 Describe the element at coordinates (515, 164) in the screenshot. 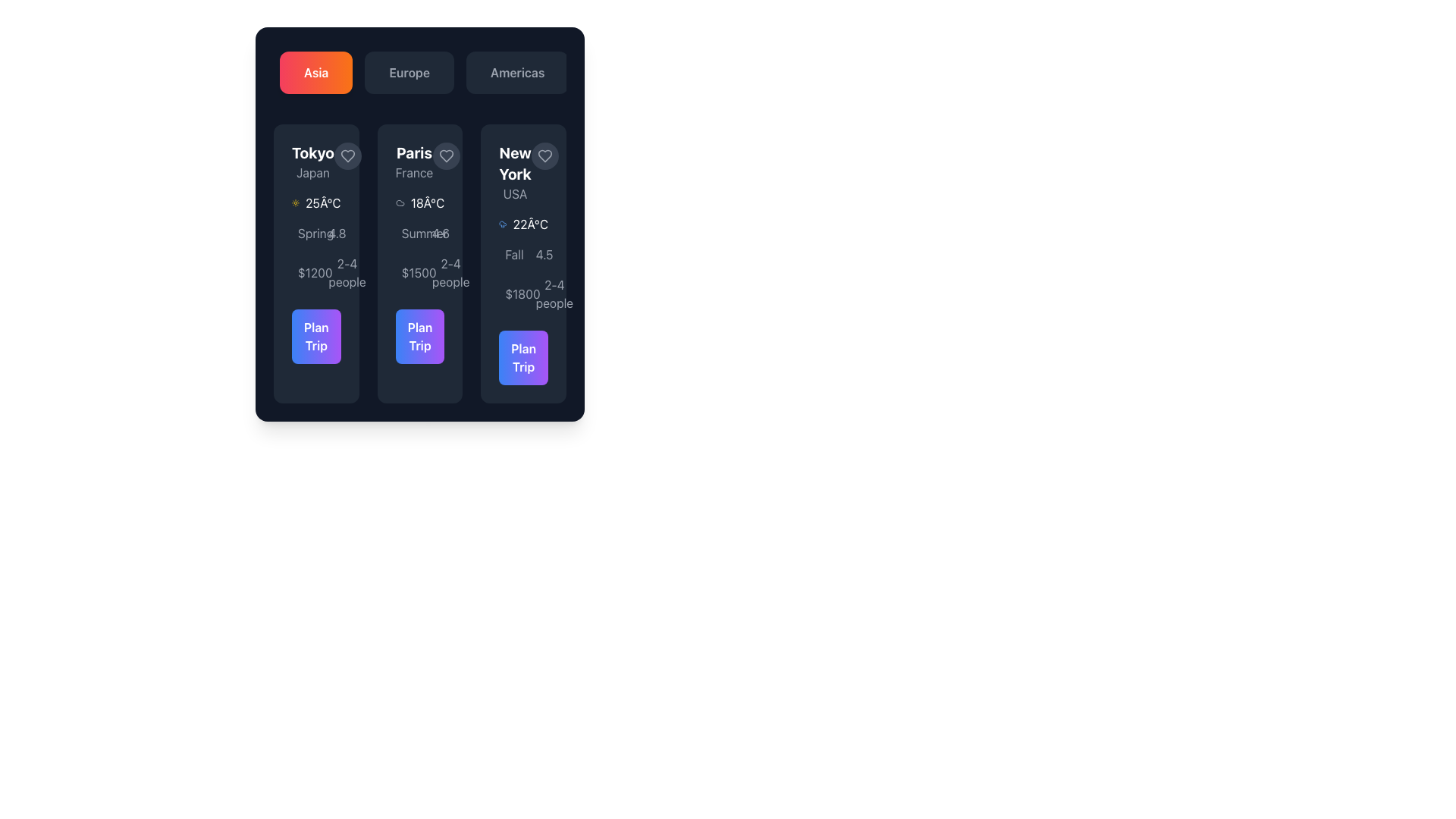

I see `text label displaying 'New York' which is prominently shown in bold white font on a dark background, located in the third column of the city travel information layout` at that location.